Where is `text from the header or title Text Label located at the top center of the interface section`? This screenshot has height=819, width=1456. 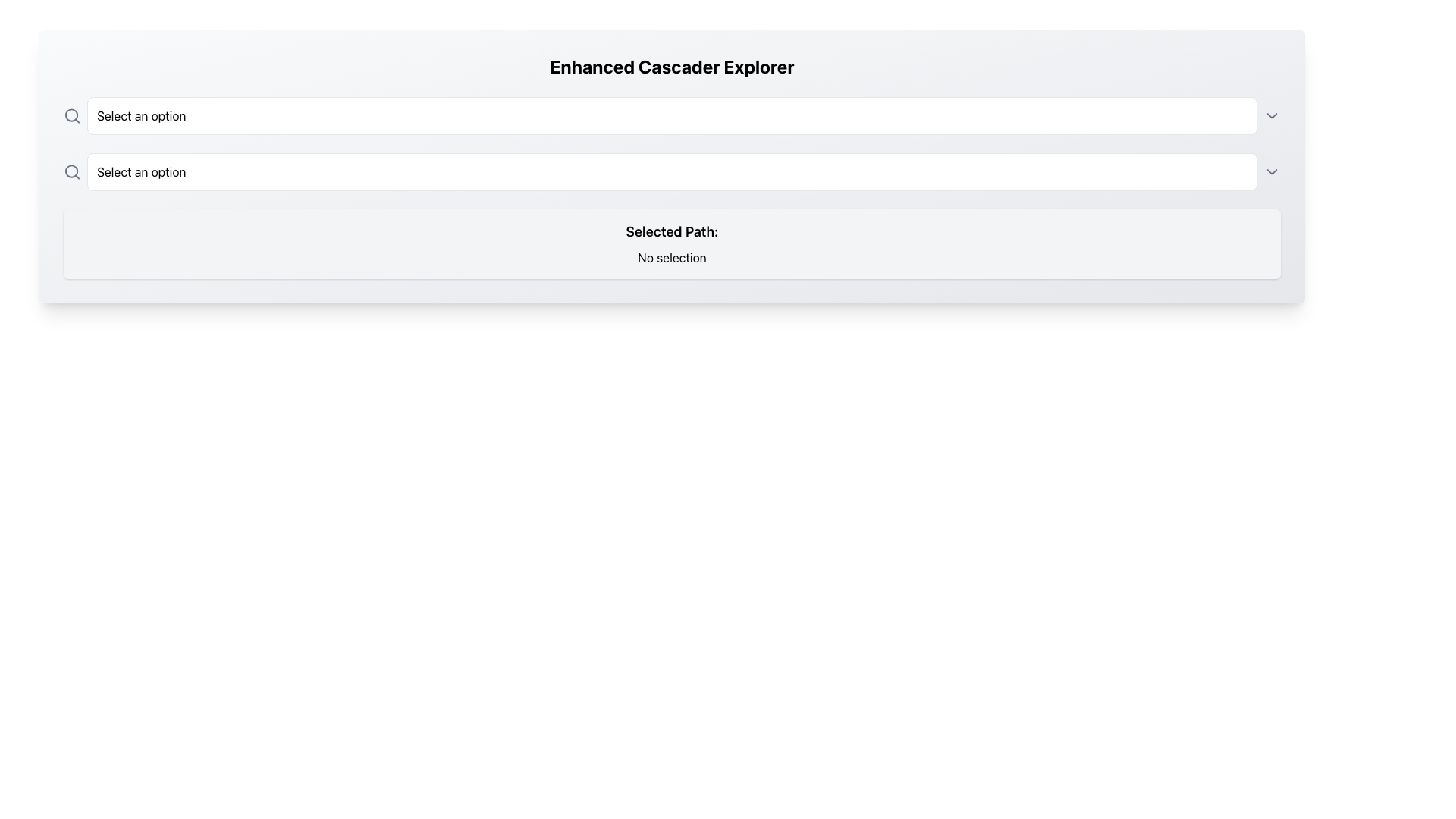 text from the header or title Text Label located at the top center of the interface section is located at coordinates (671, 66).